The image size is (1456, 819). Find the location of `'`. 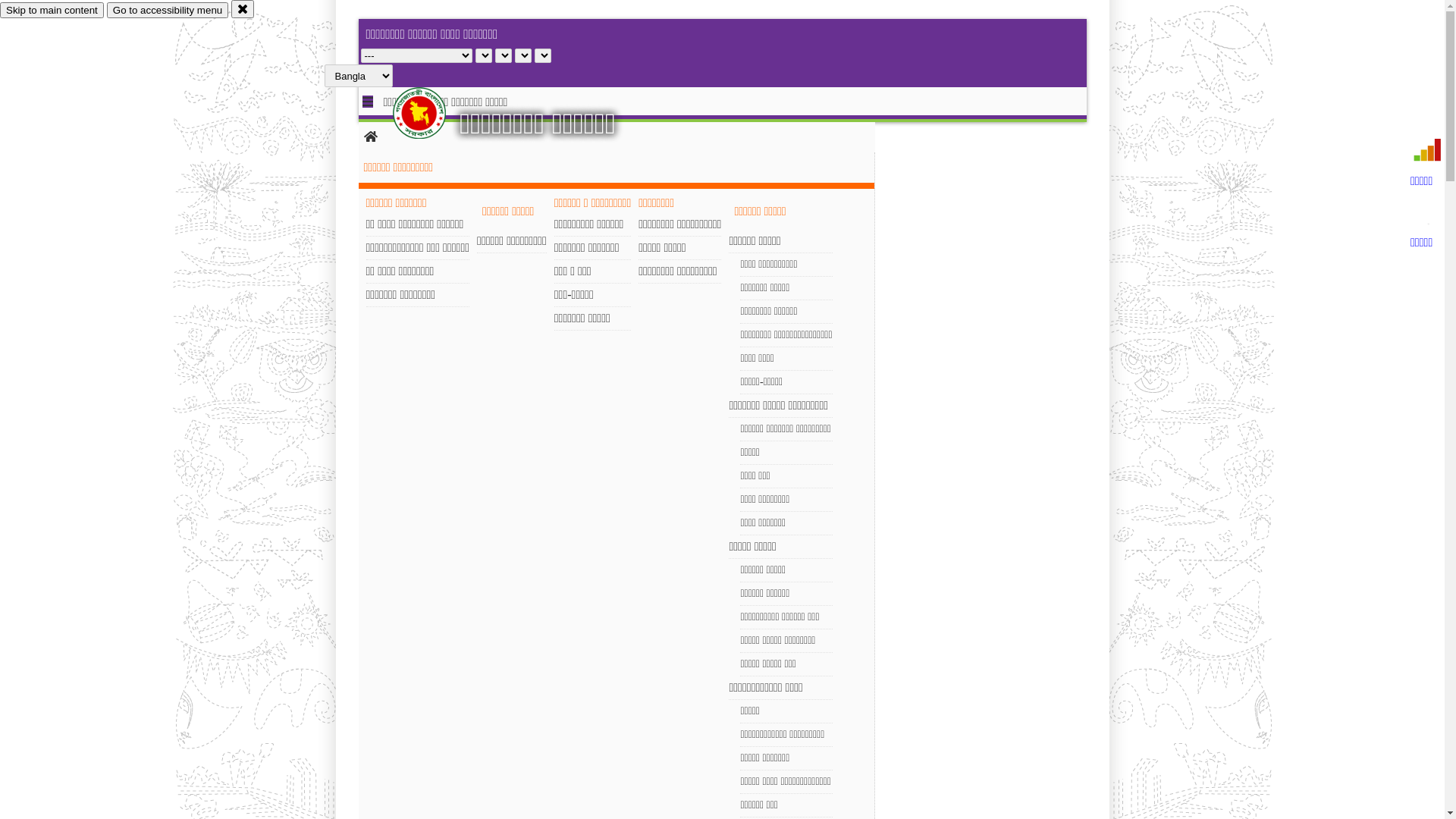

' is located at coordinates (431, 112).